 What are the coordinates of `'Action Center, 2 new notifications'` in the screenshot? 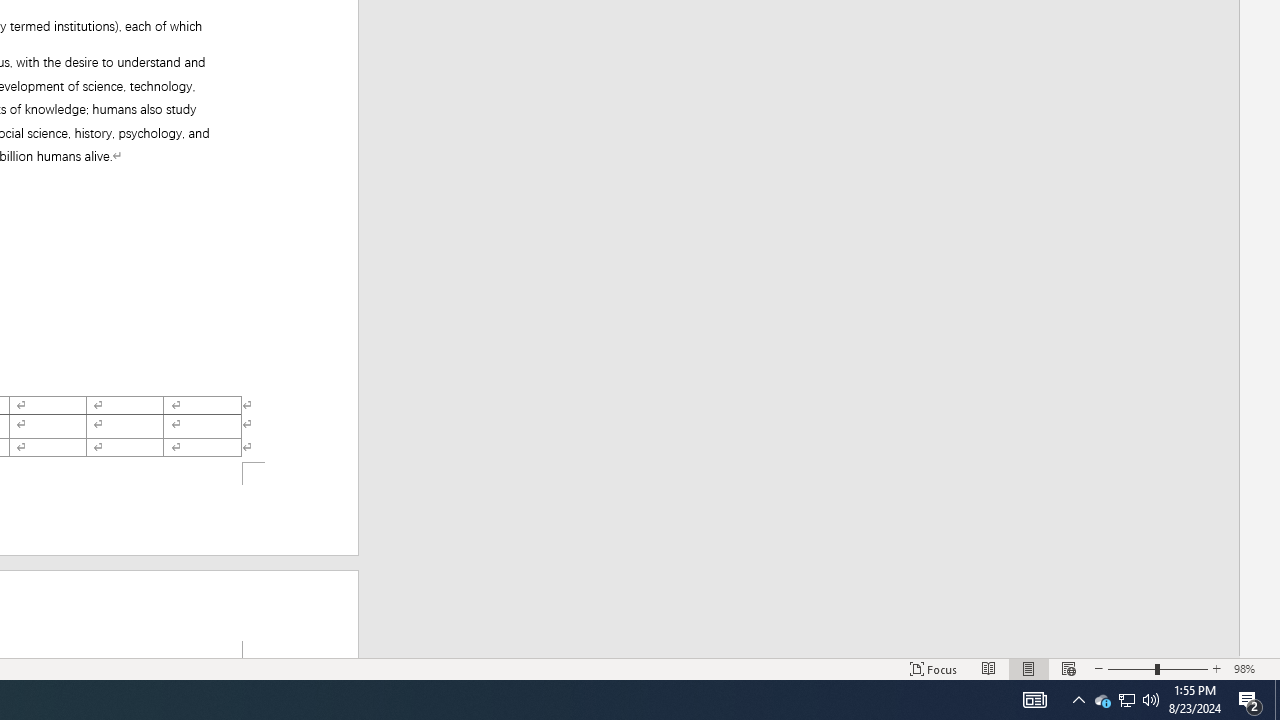 It's located at (1276, 698).